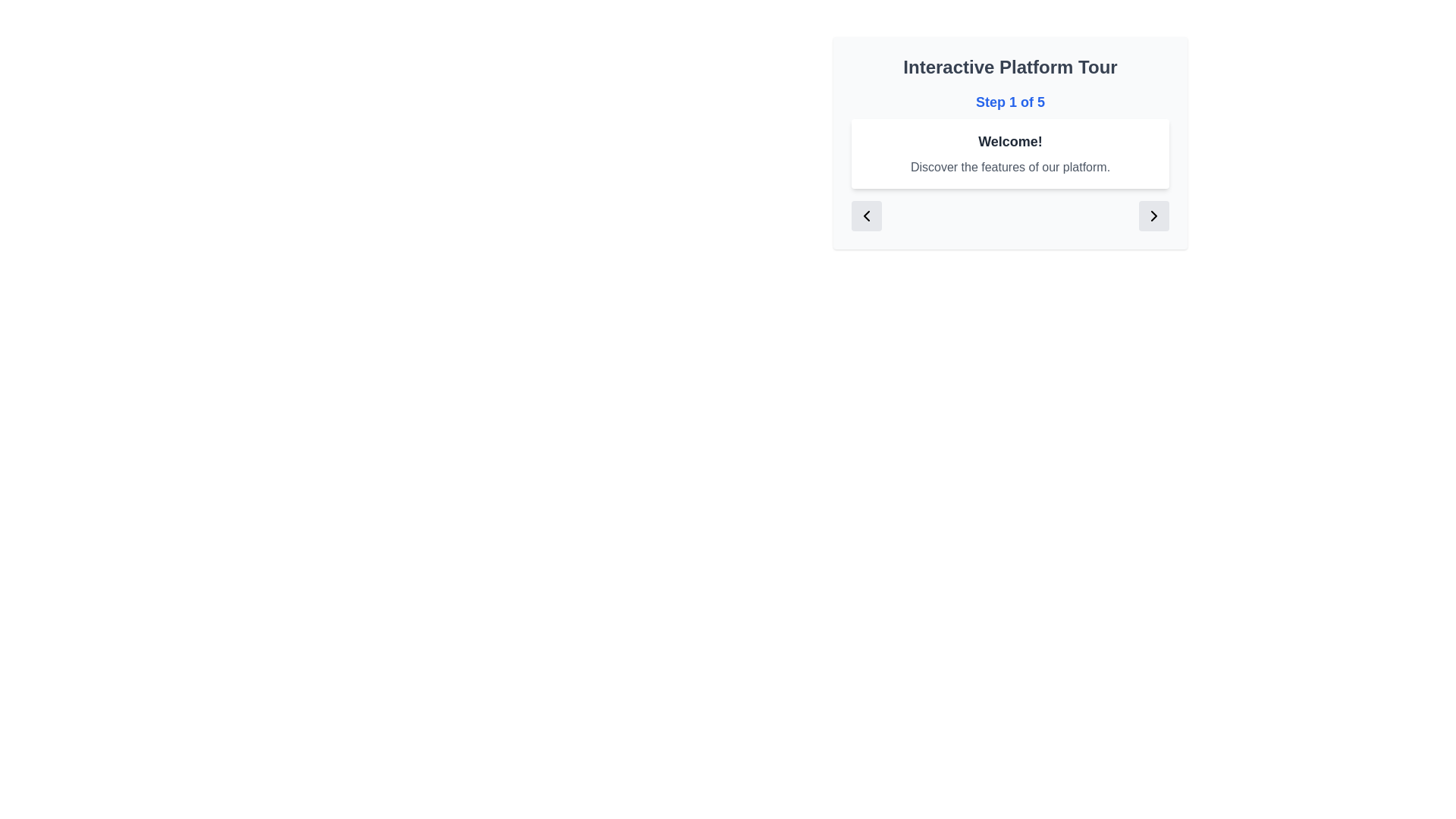 This screenshot has height=819, width=1456. I want to click on the navigation button with an icon located at the right end of the row, next to the 'Interactive Platform Tour' text card, so click(1153, 216).